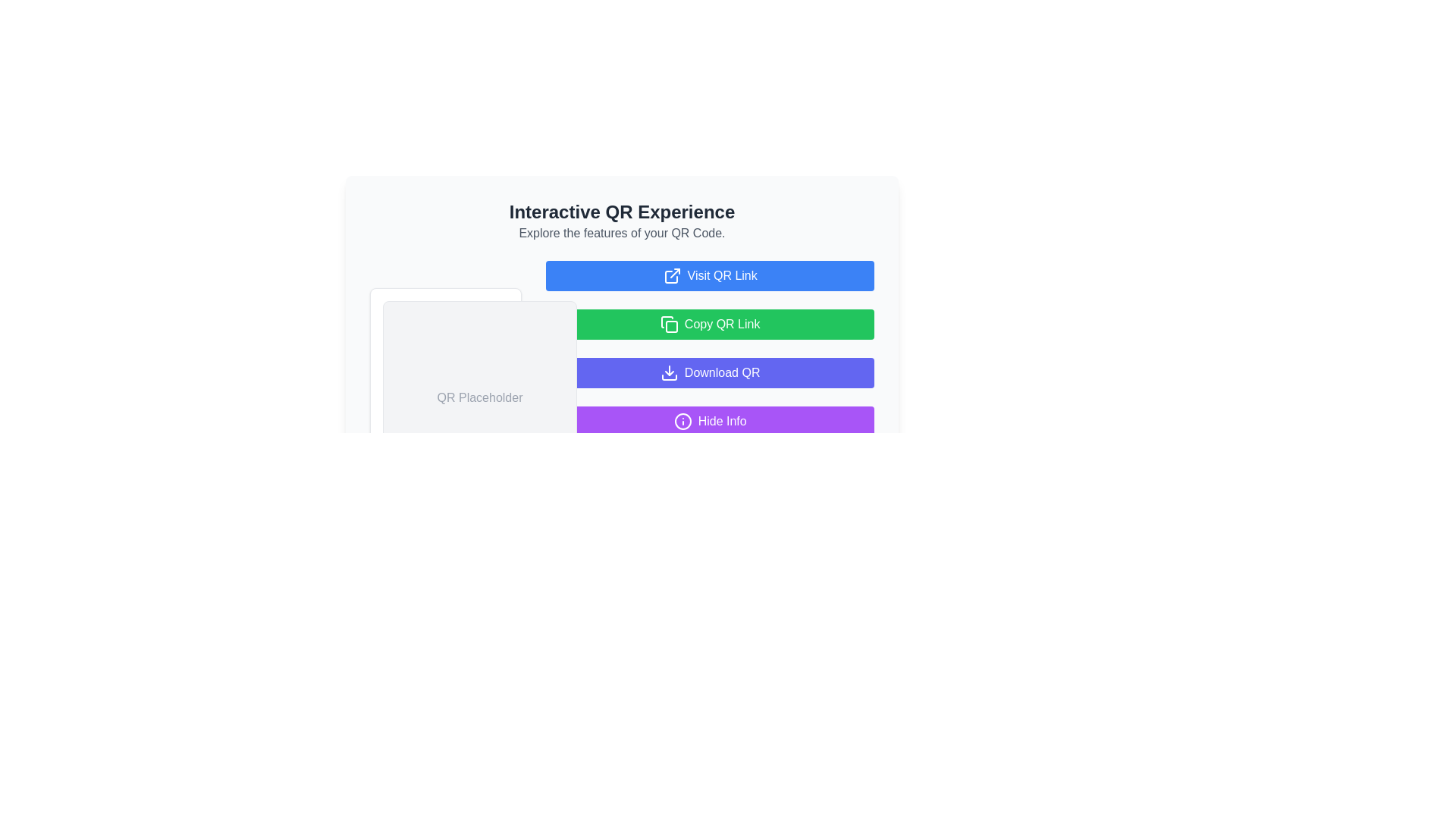  Describe the element at coordinates (622, 295) in the screenshot. I see `headings and descriptions within the interactive panel titled 'Interactive QR Experience', which contains grouped action buttons and informational text related to QR code options` at that location.